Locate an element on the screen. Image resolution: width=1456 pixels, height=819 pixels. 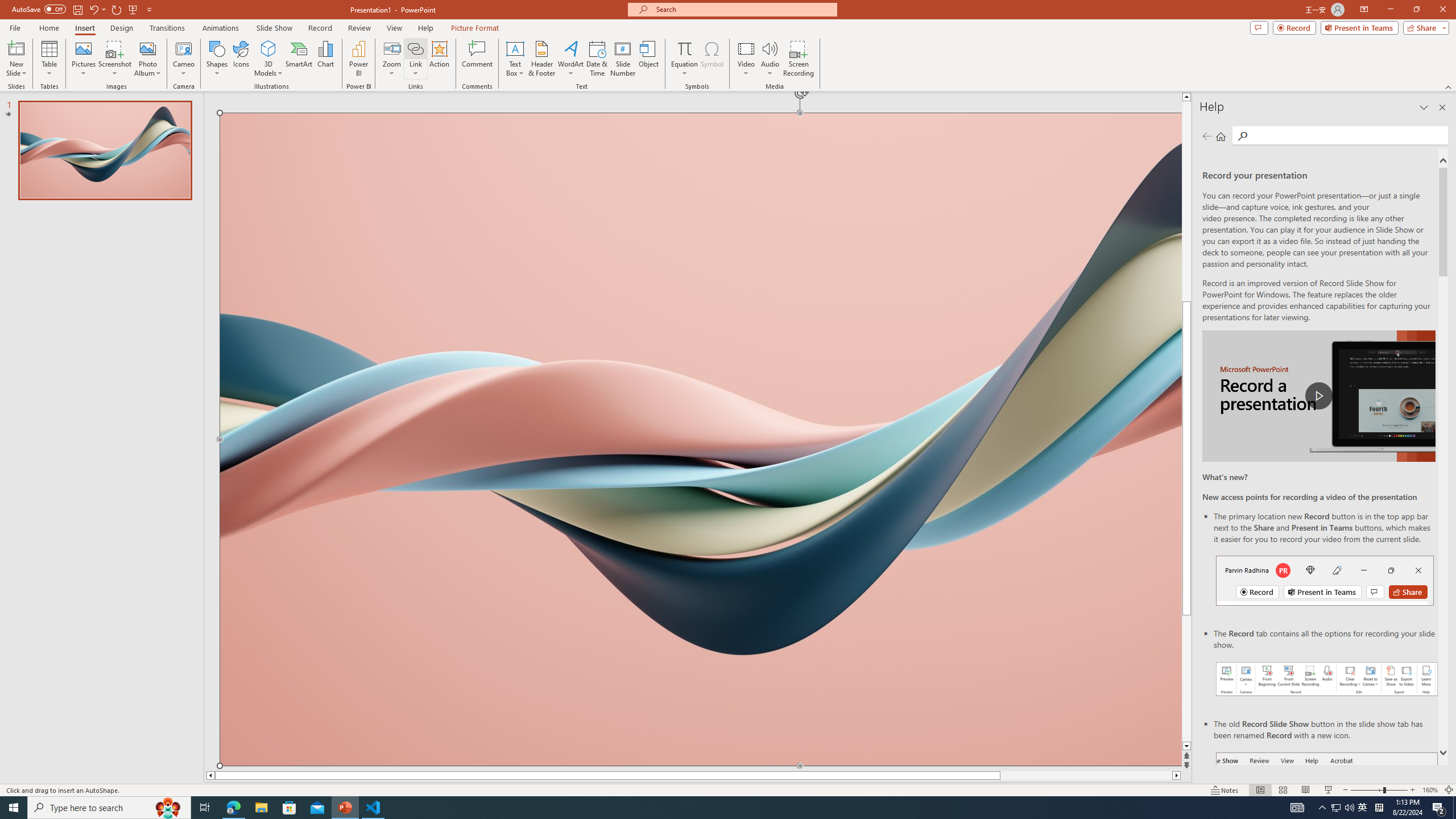
'Draw Horizontal Text Box' is located at coordinates (515, 48).